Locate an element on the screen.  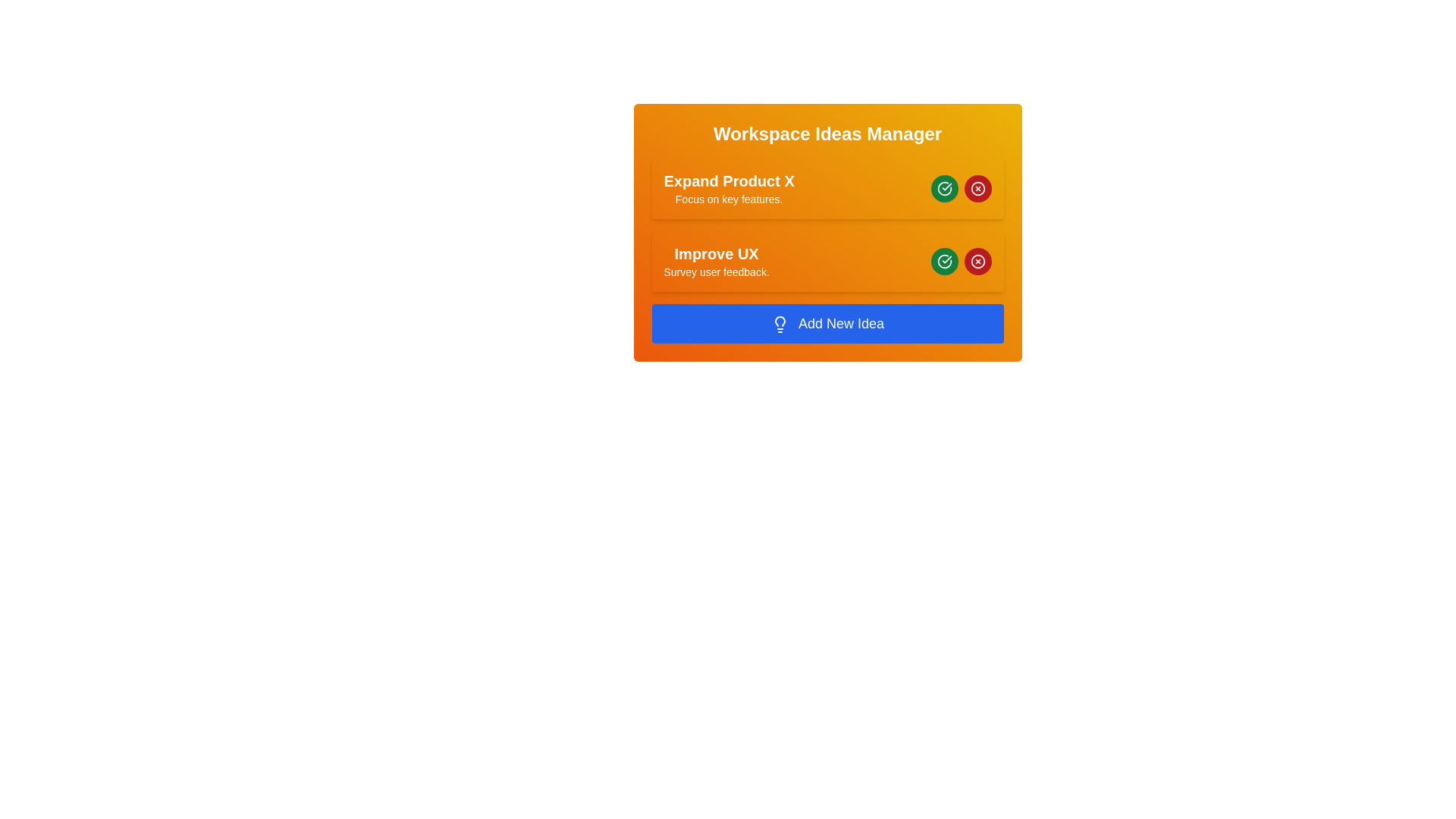
the circular green button with a white checkmark is located at coordinates (943, 188).